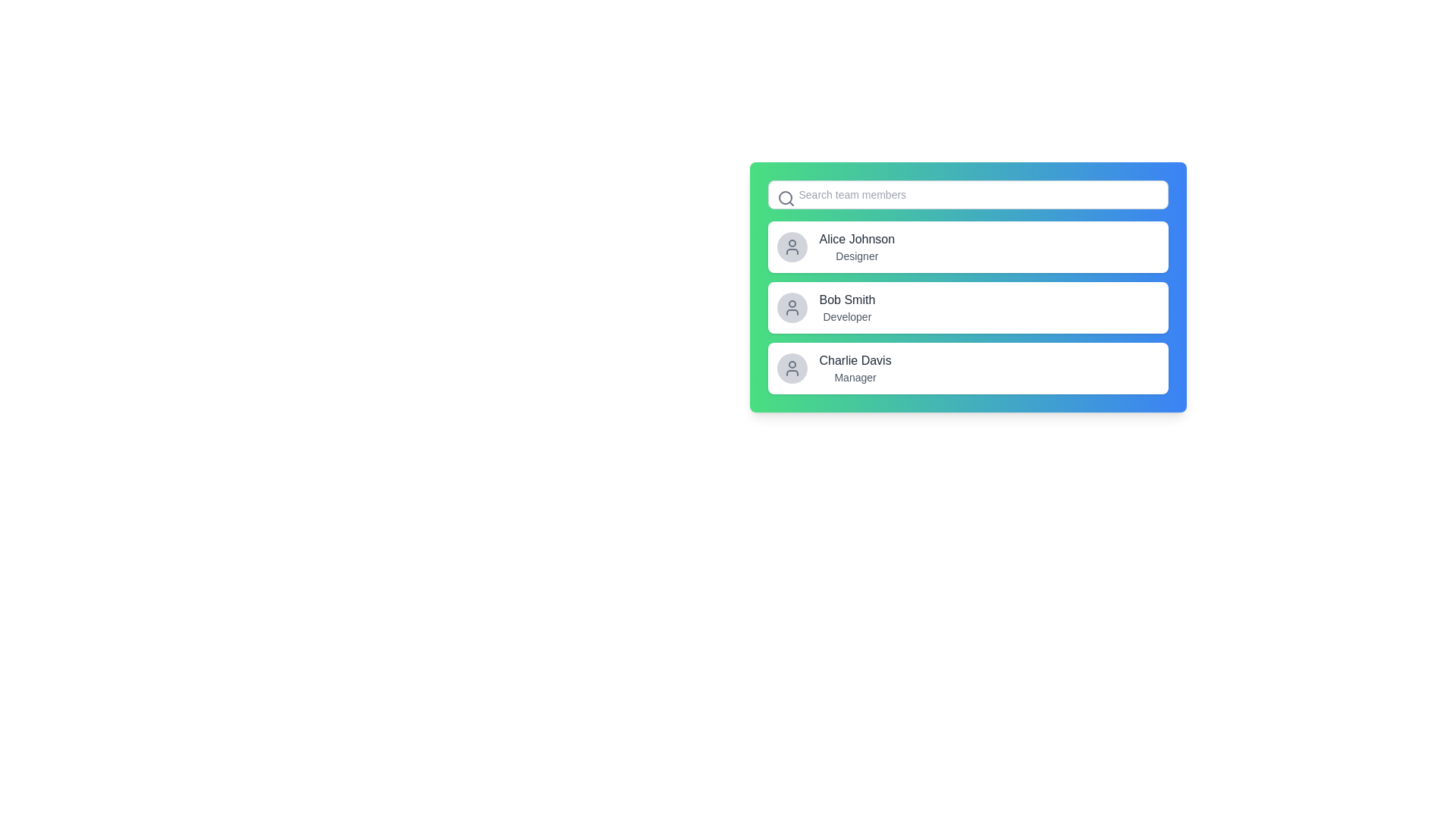 This screenshot has width=1456, height=819. Describe the element at coordinates (857, 246) in the screenshot. I see `the profile description label displaying a name and job title, which is part of a user list or team directory and is located within a card-like structure` at that location.